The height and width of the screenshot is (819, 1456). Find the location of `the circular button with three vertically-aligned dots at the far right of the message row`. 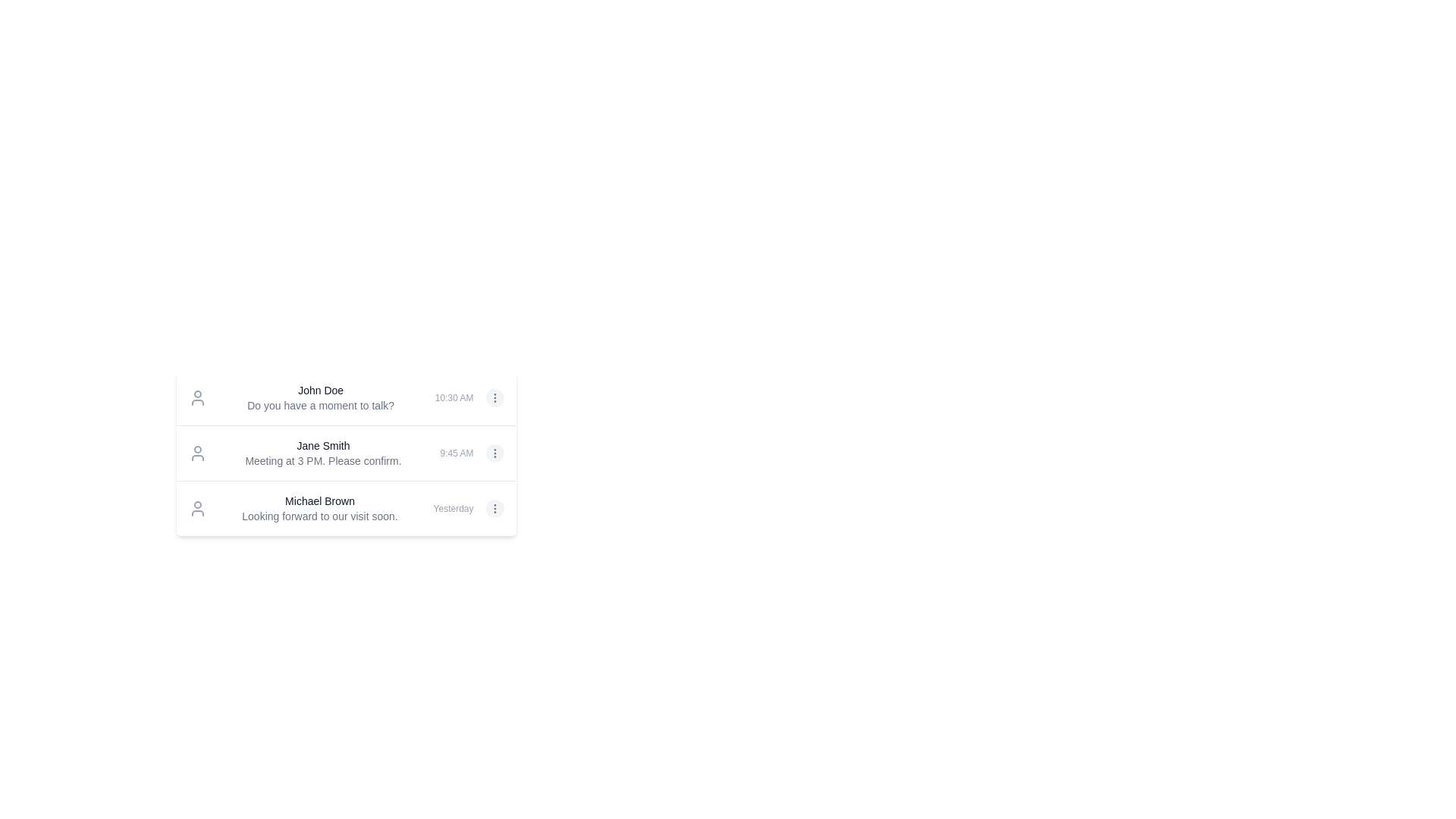

the circular button with three vertically-aligned dots at the far right of the message row is located at coordinates (494, 509).